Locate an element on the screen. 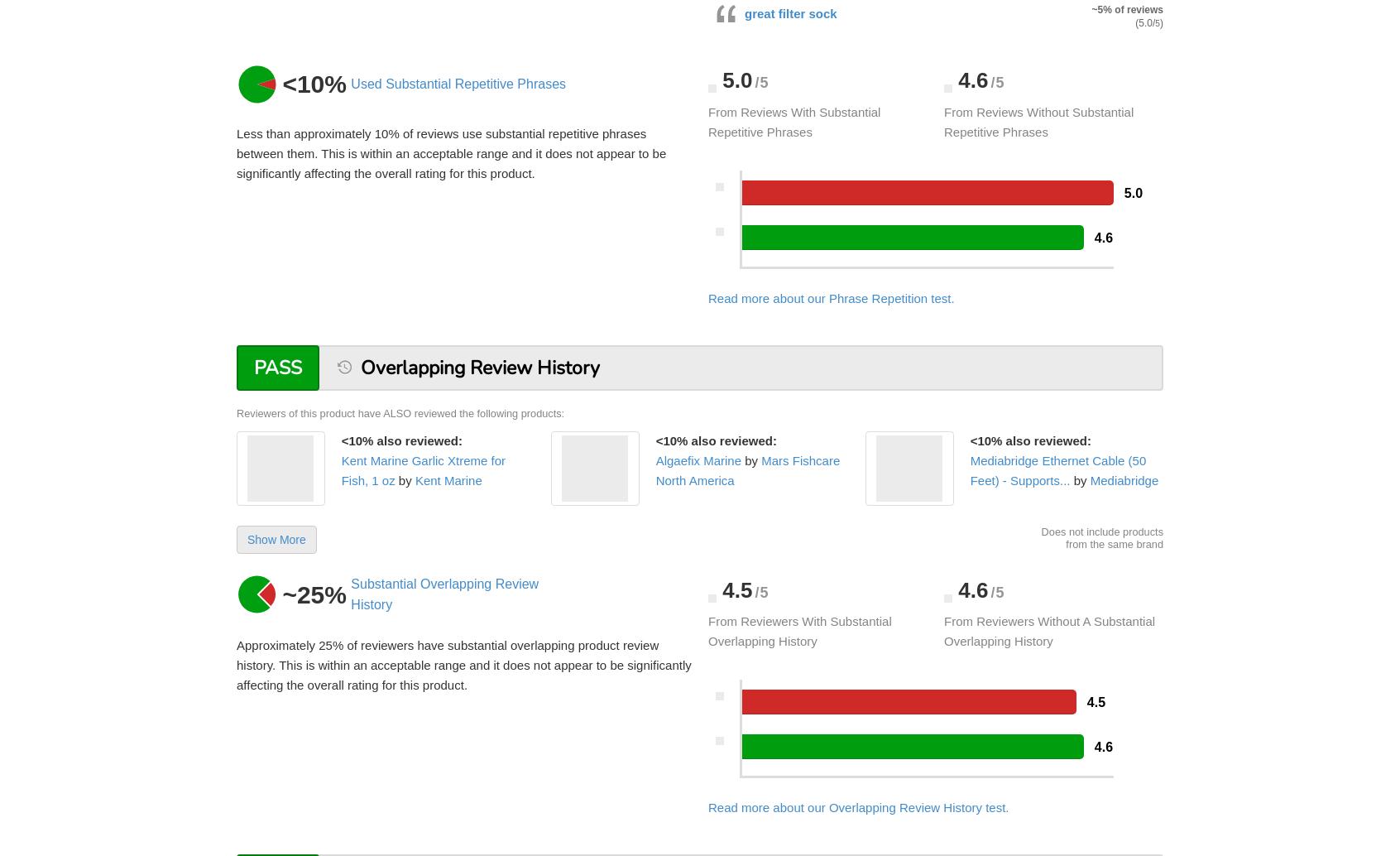 The image size is (1400, 856). ')' is located at coordinates (1162, 22).